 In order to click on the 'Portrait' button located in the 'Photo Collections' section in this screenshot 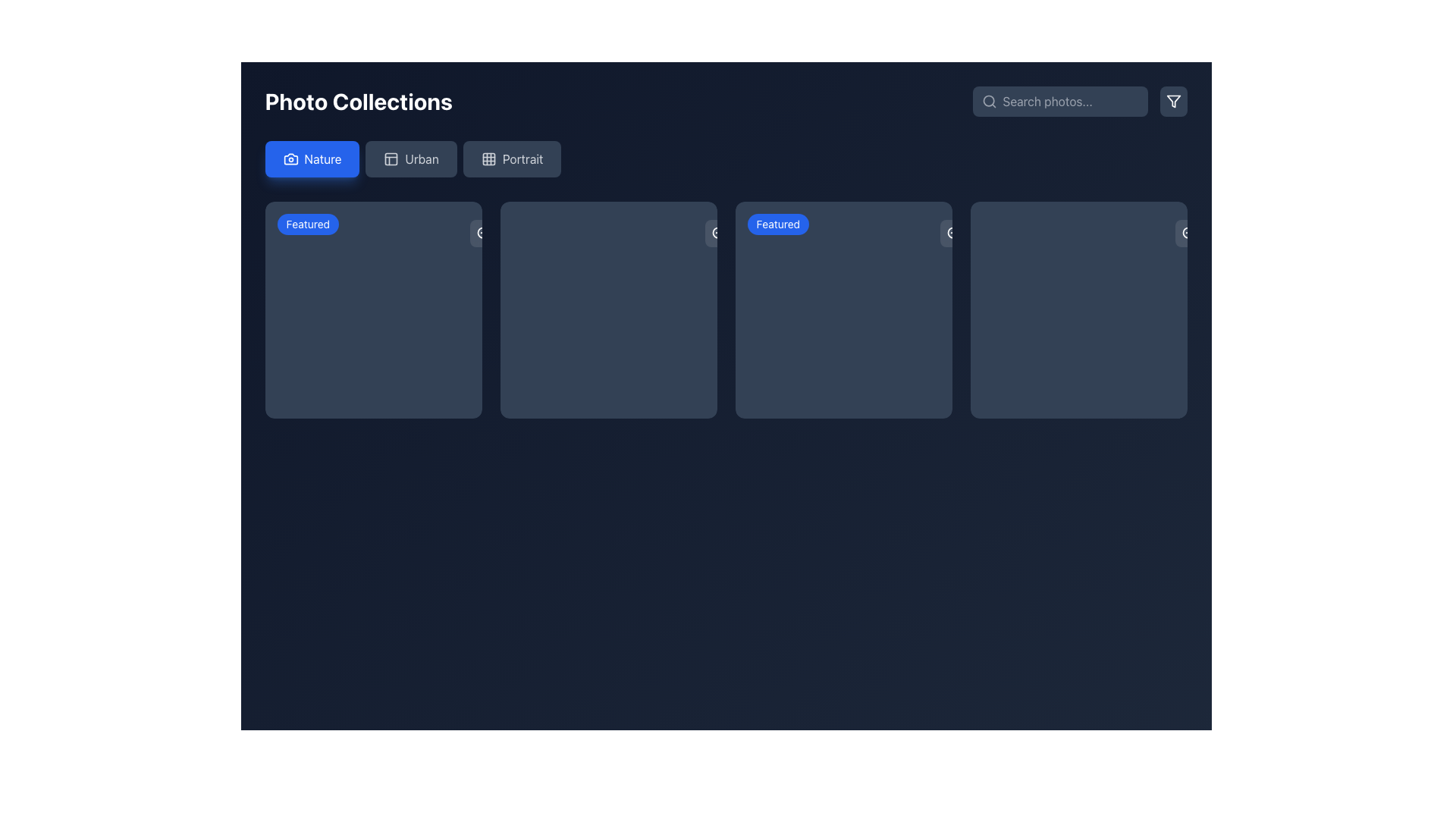, I will do `click(512, 158)`.